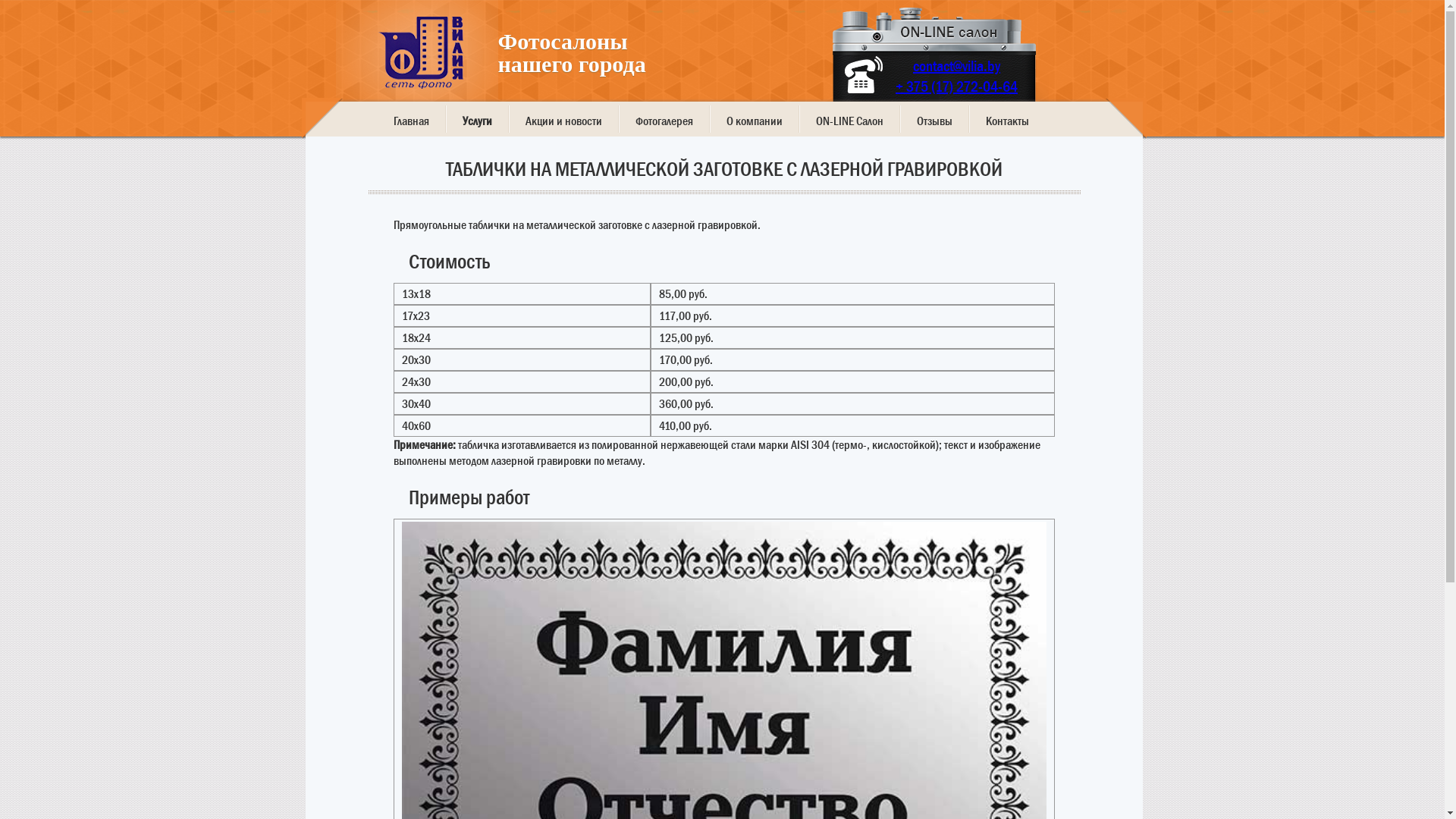  What do you see at coordinates (955, 65) in the screenshot?
I see `'contact@vilia.by'` at bounding box center [955, 65].